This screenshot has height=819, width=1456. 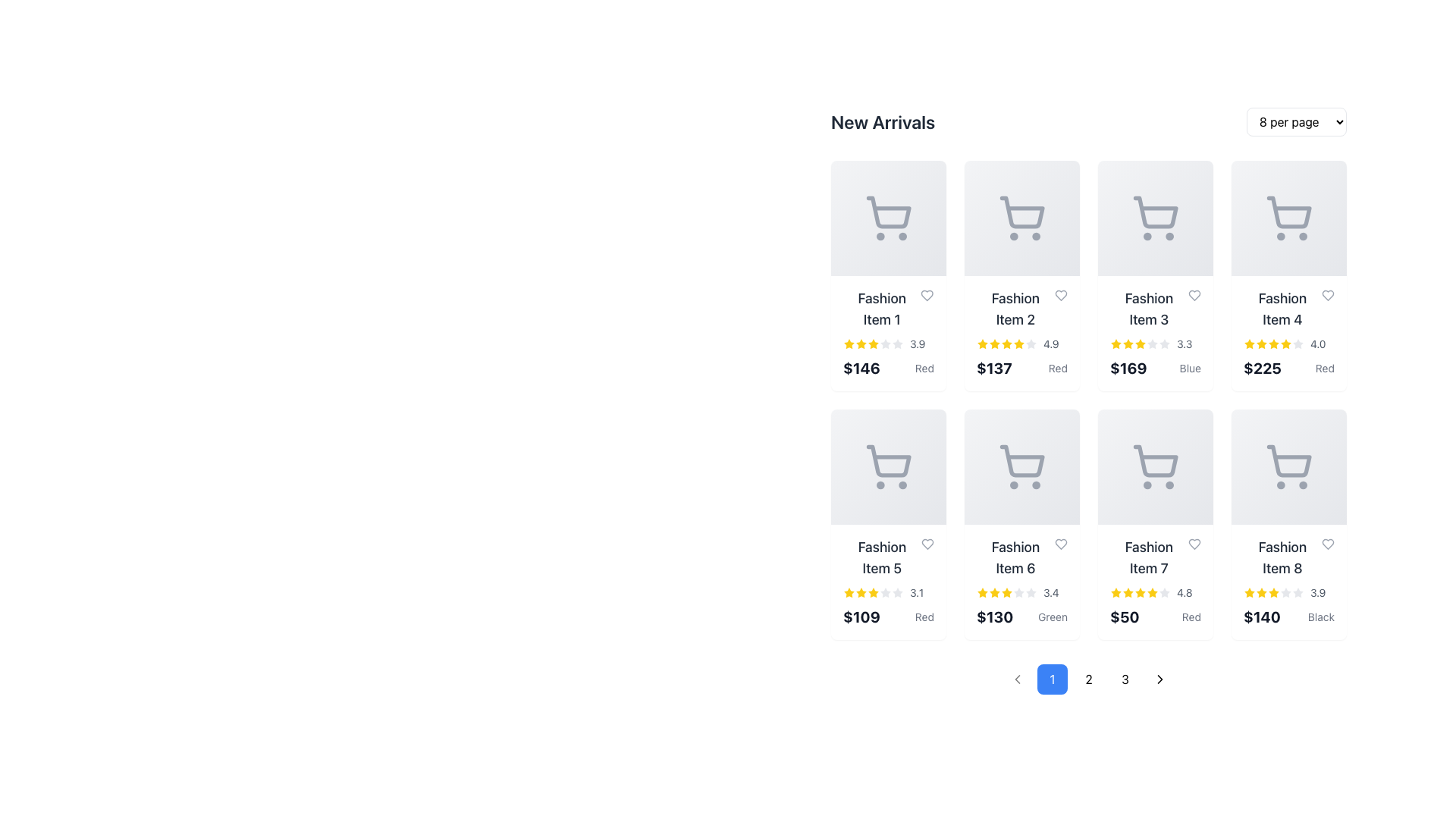 I want to click on the text label that identifies a specific product in the grid, which is the fifth item in the second row, so click(x=888, y=558).